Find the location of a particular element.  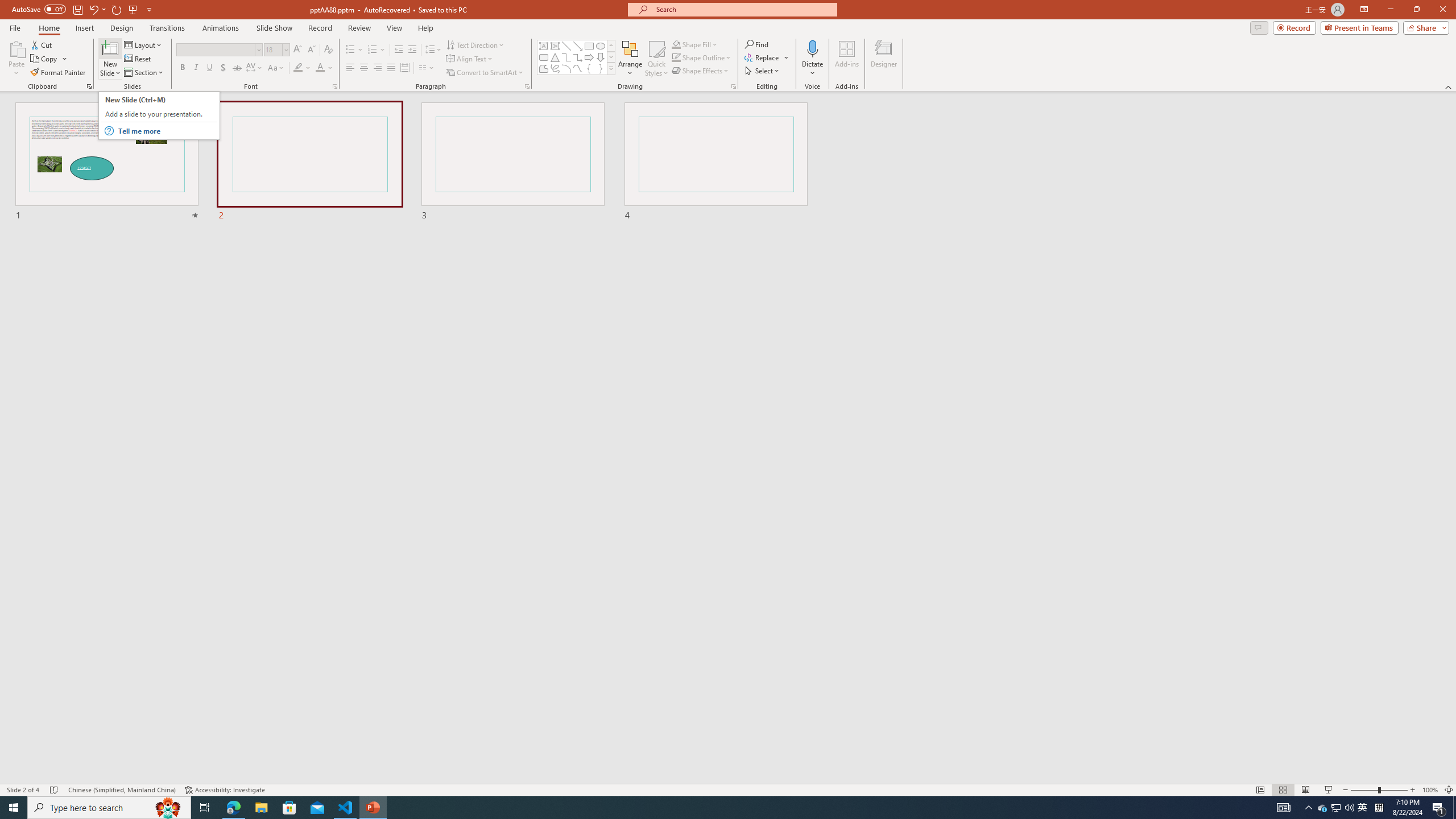

'Help' is located at coordinates (425, 28).